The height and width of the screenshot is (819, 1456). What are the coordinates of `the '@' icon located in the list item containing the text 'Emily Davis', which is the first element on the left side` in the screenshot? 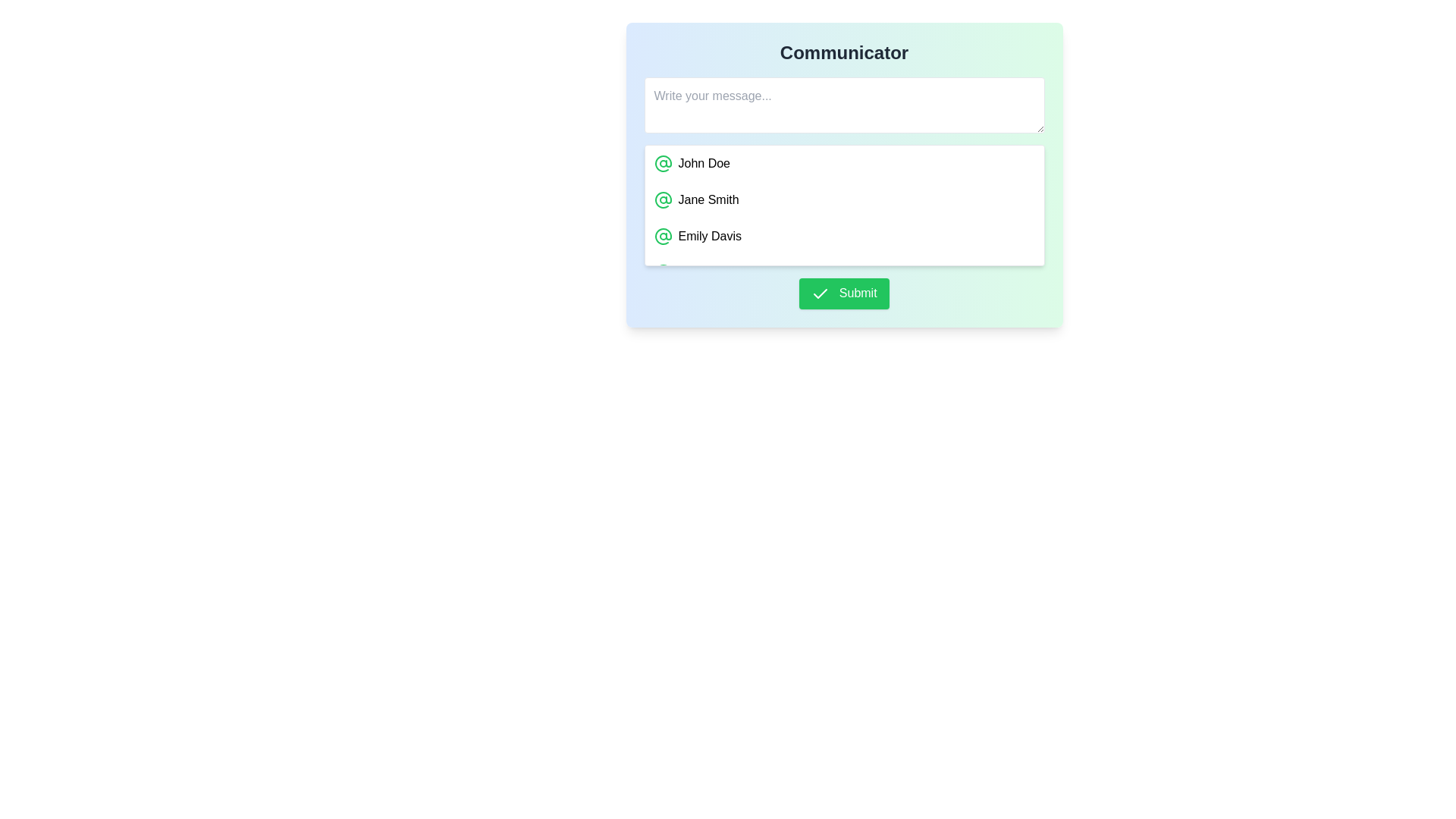 It's located at (663, 237).